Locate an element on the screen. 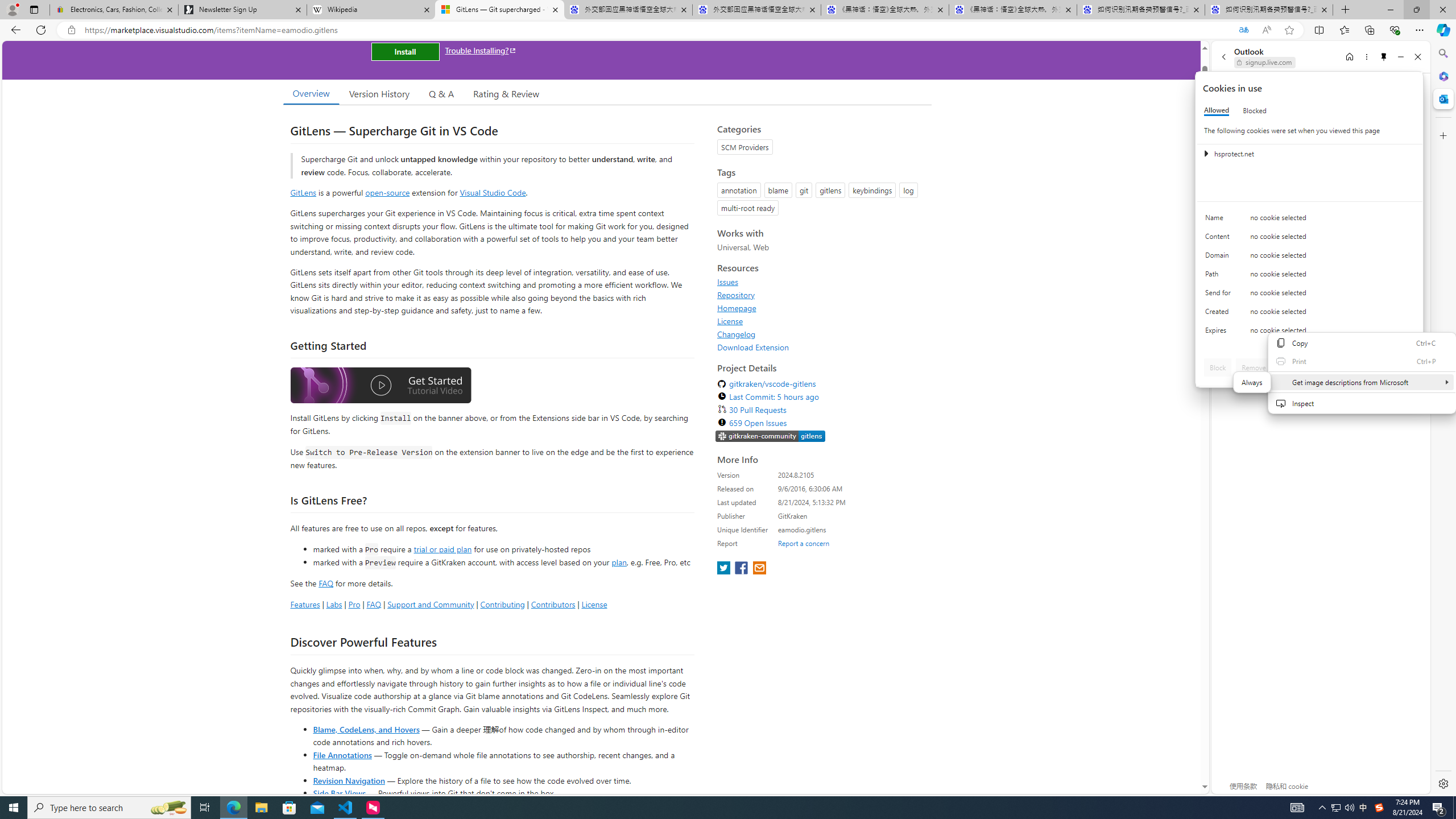 This screenshot has width=1456, height=819. 'Path' is located at coordinates (1219, 276).